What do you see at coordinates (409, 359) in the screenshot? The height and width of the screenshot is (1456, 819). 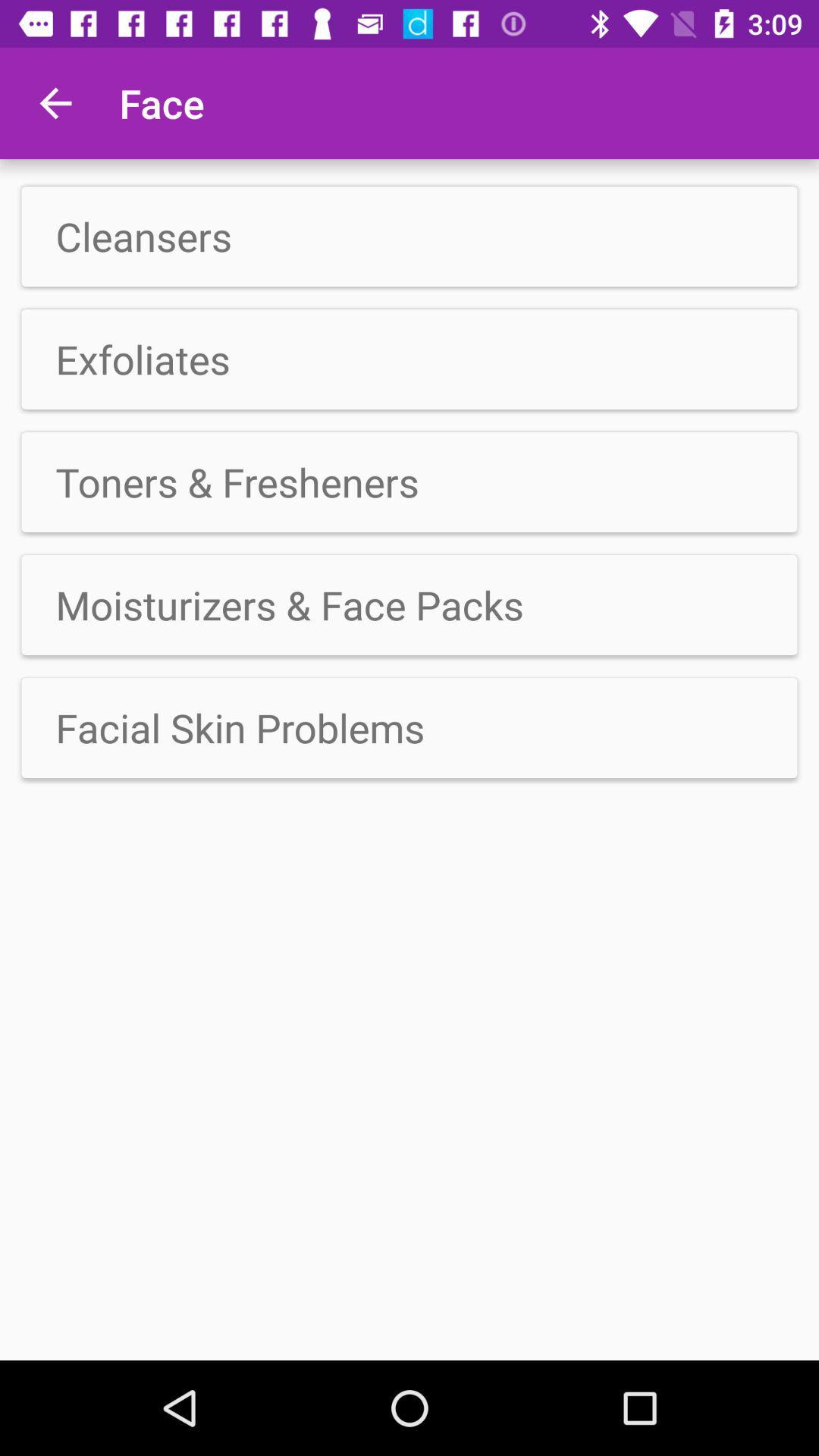 I see `item above the toners & fresheners` at bounding box center [409, 359].